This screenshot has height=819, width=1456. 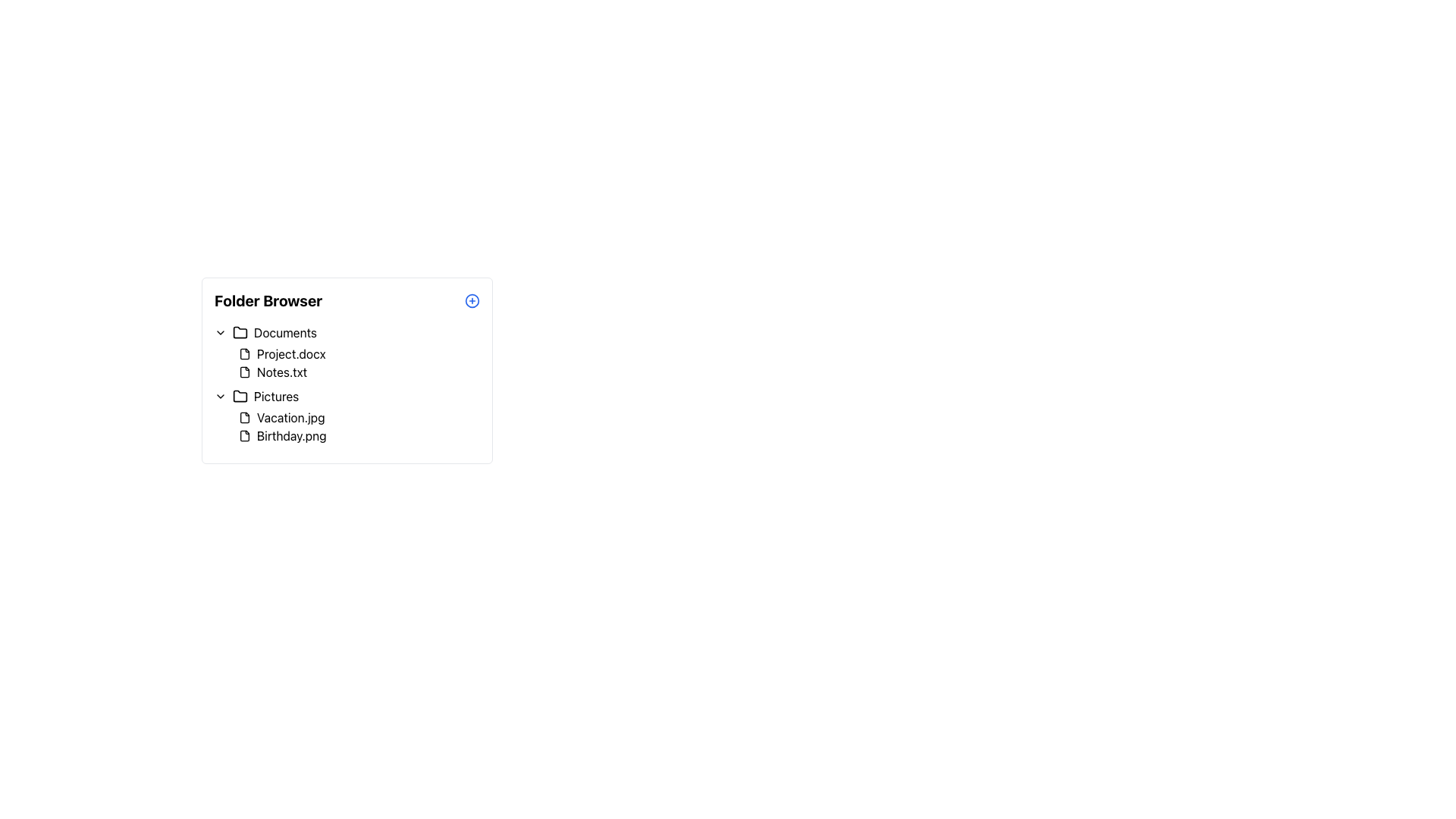 What do you see at coordinates (244, 353) in the screenshot?
I see `the file icon representing 'Project.docx', which is uniquely identified as being to the left of the text in the 'Documents' list under the 'Folder Browser' header` at bounding box center [244, 353].